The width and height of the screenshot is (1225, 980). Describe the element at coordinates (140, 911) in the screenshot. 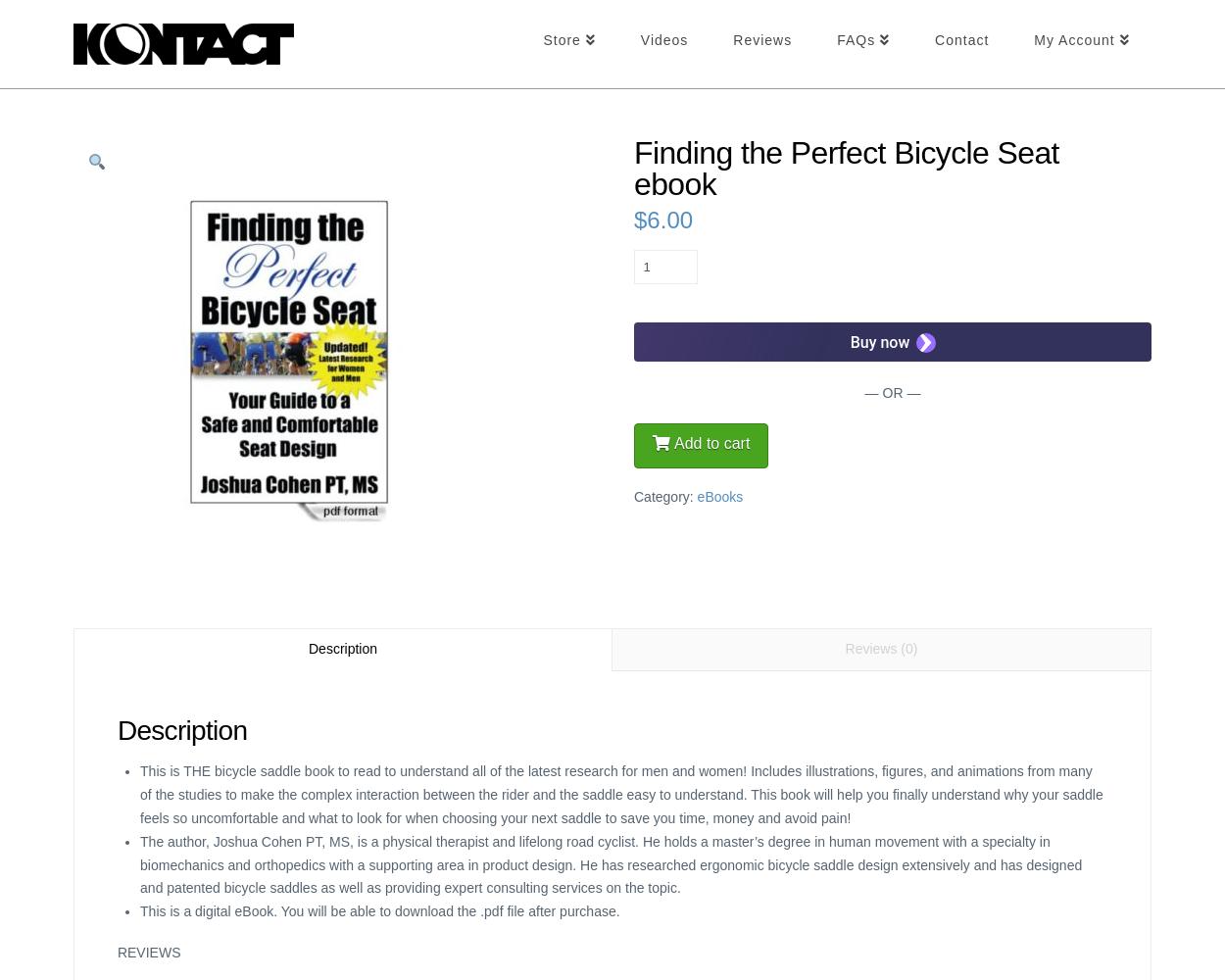

I see `'This is a digital eBook. You will be able to download the .pdf file after purchase.'` at that location.